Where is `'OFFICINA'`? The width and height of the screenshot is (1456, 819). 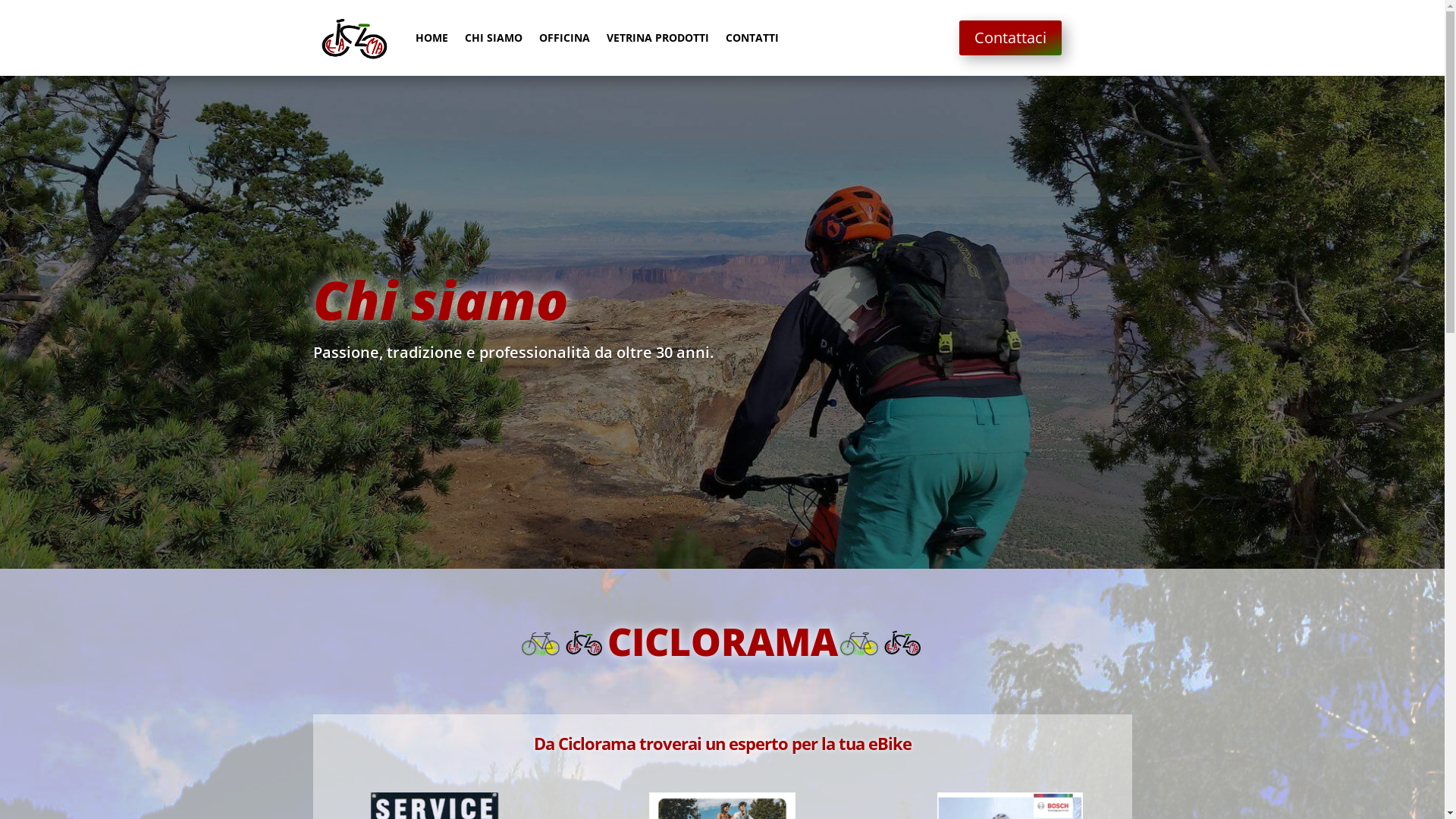
'OFFICINA' is located at coordinates (563, 37).